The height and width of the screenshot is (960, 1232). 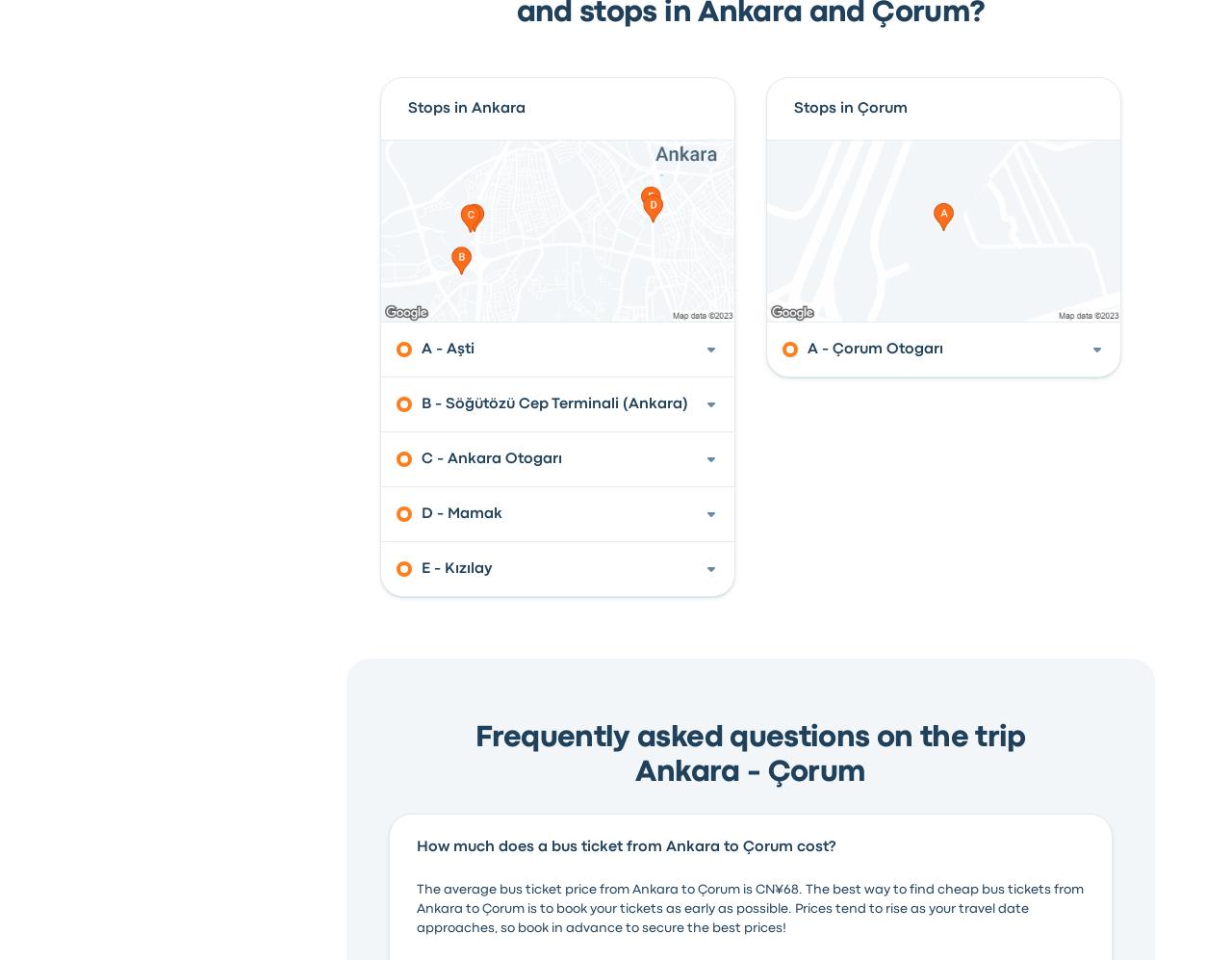 I want to click on 'A - Çorum Otogarı', so click(x=874, y=348).